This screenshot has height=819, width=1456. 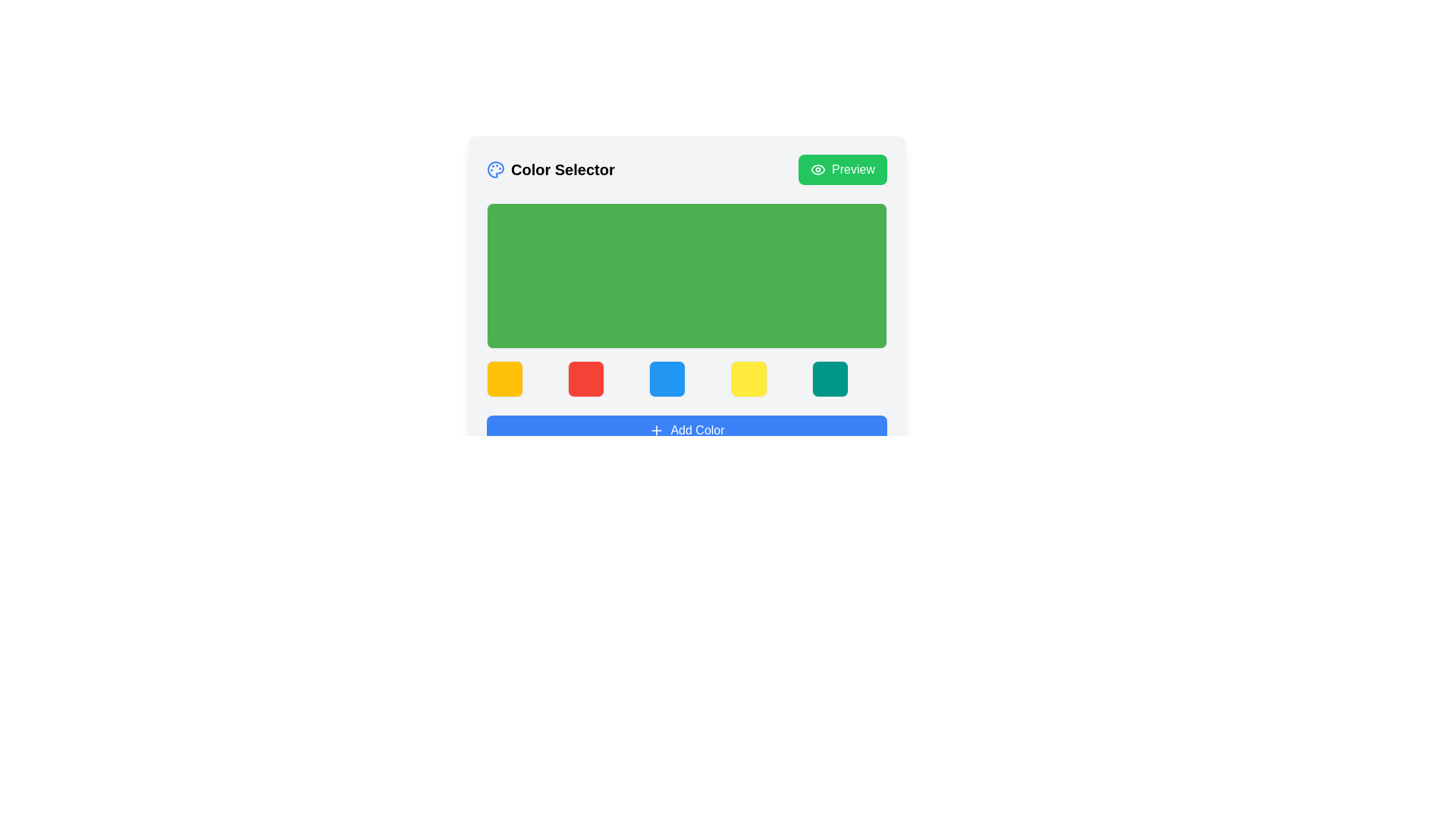 I want to click on the square button with a light blue background, located, so click(x=667, y=378).